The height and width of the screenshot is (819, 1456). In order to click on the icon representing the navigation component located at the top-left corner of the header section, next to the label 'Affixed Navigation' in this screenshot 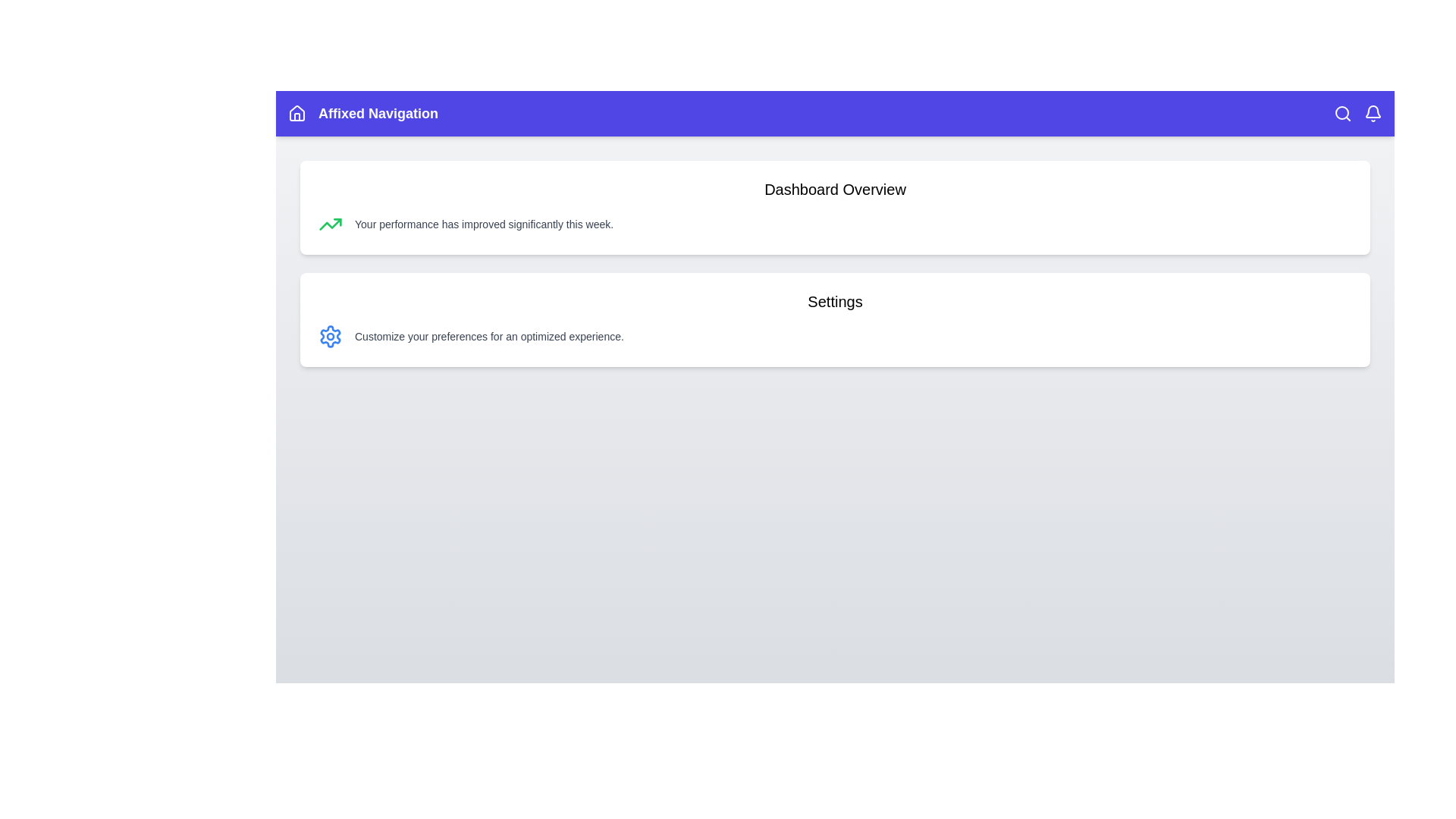, I will do `click(297, 113)`.